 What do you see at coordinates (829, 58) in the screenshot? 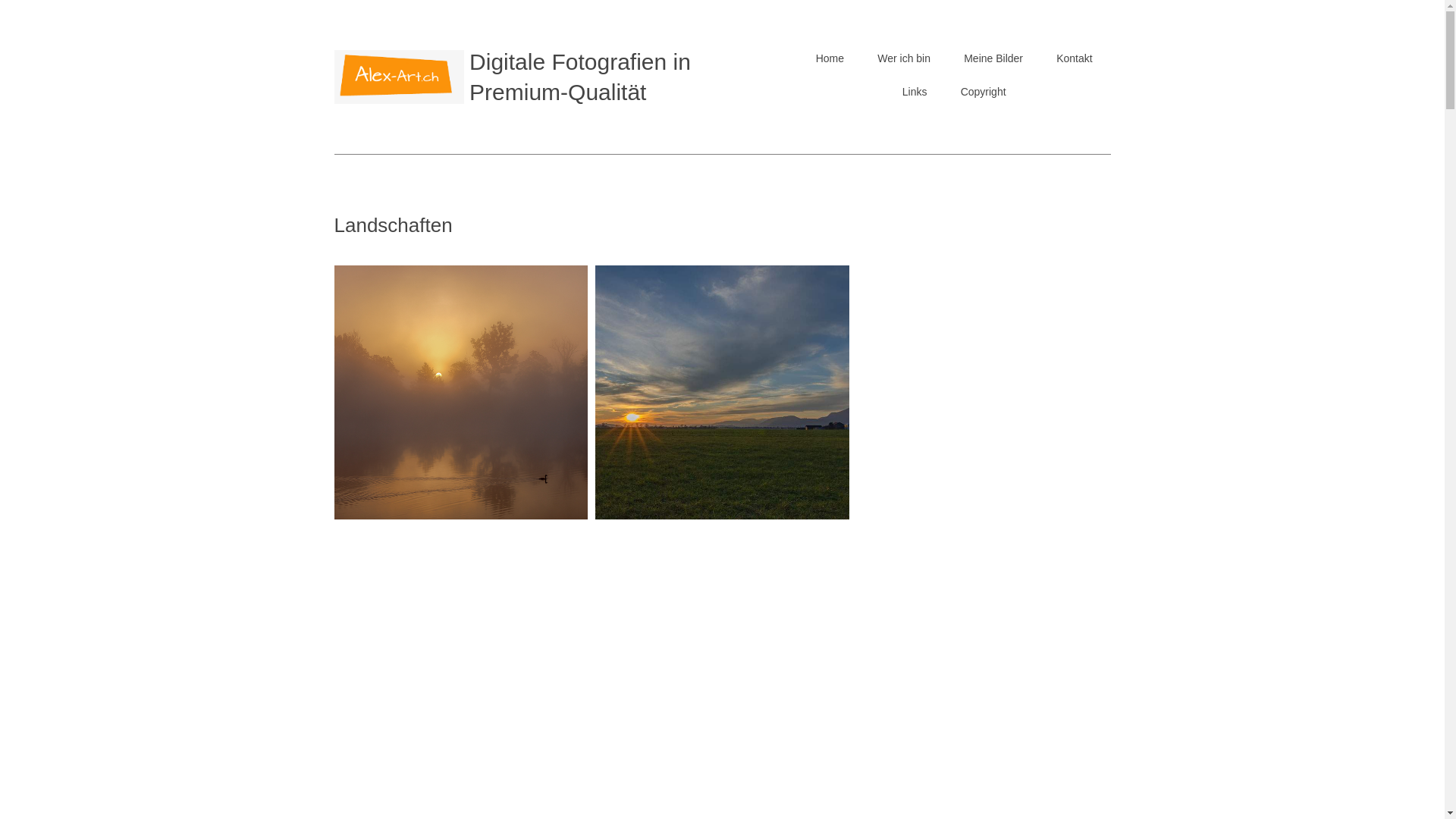
I see `'Home'` at bounding box center [829, 58].